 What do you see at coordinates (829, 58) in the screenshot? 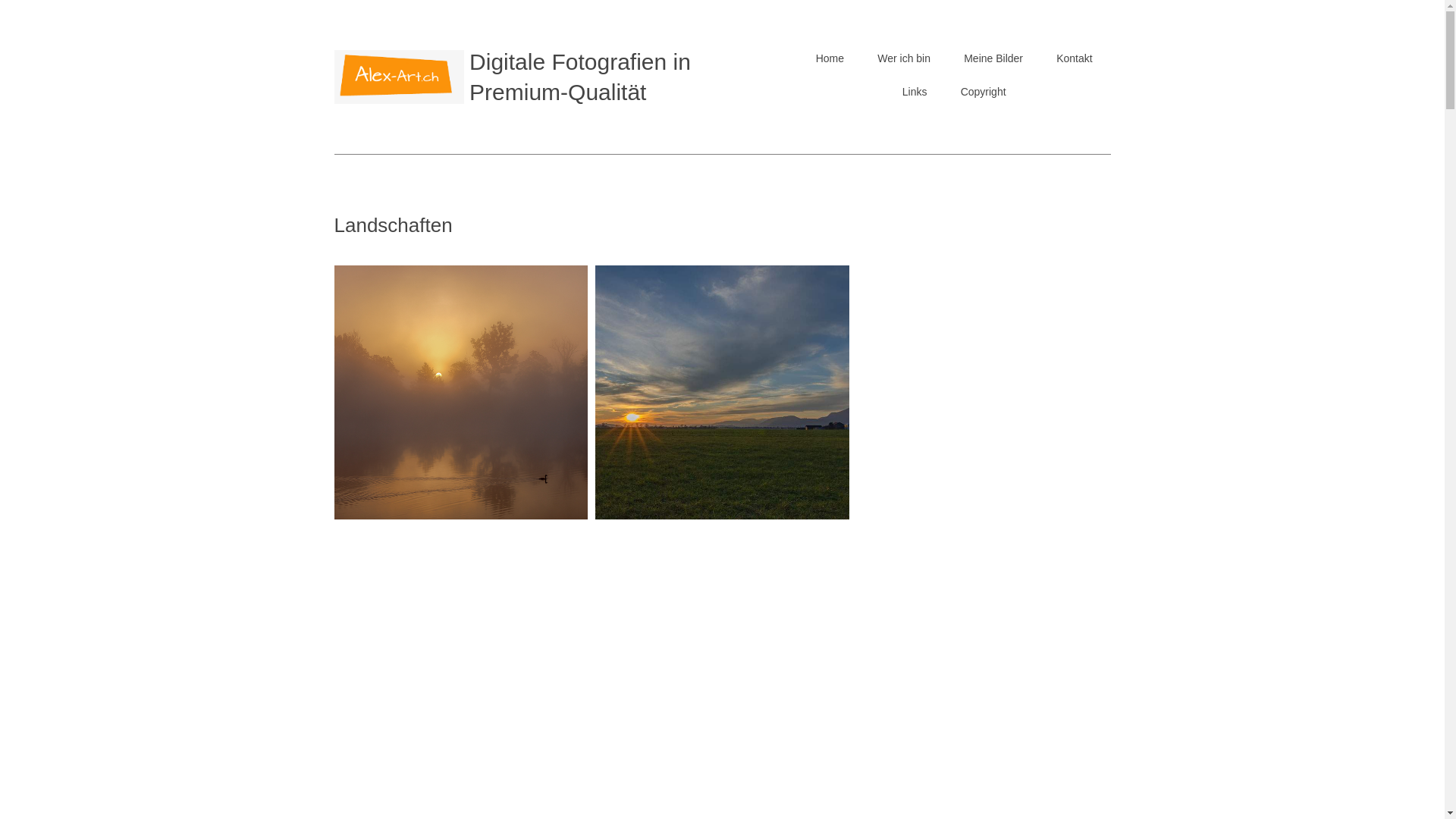
I see `'Home'` at bounding box center [829, 58].